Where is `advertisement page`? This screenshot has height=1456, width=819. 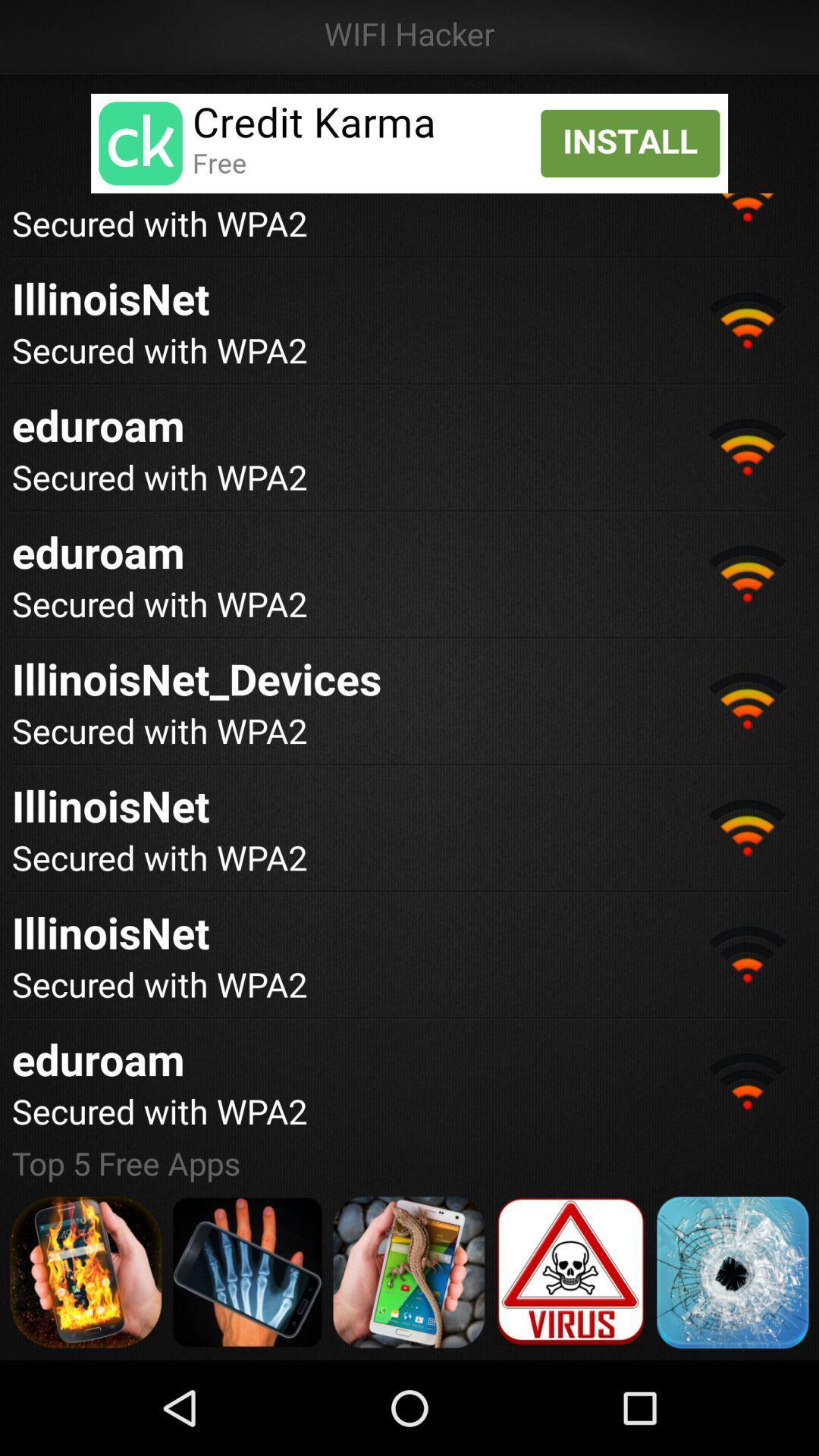
advertisement page is located at coordinates (246, 1272).